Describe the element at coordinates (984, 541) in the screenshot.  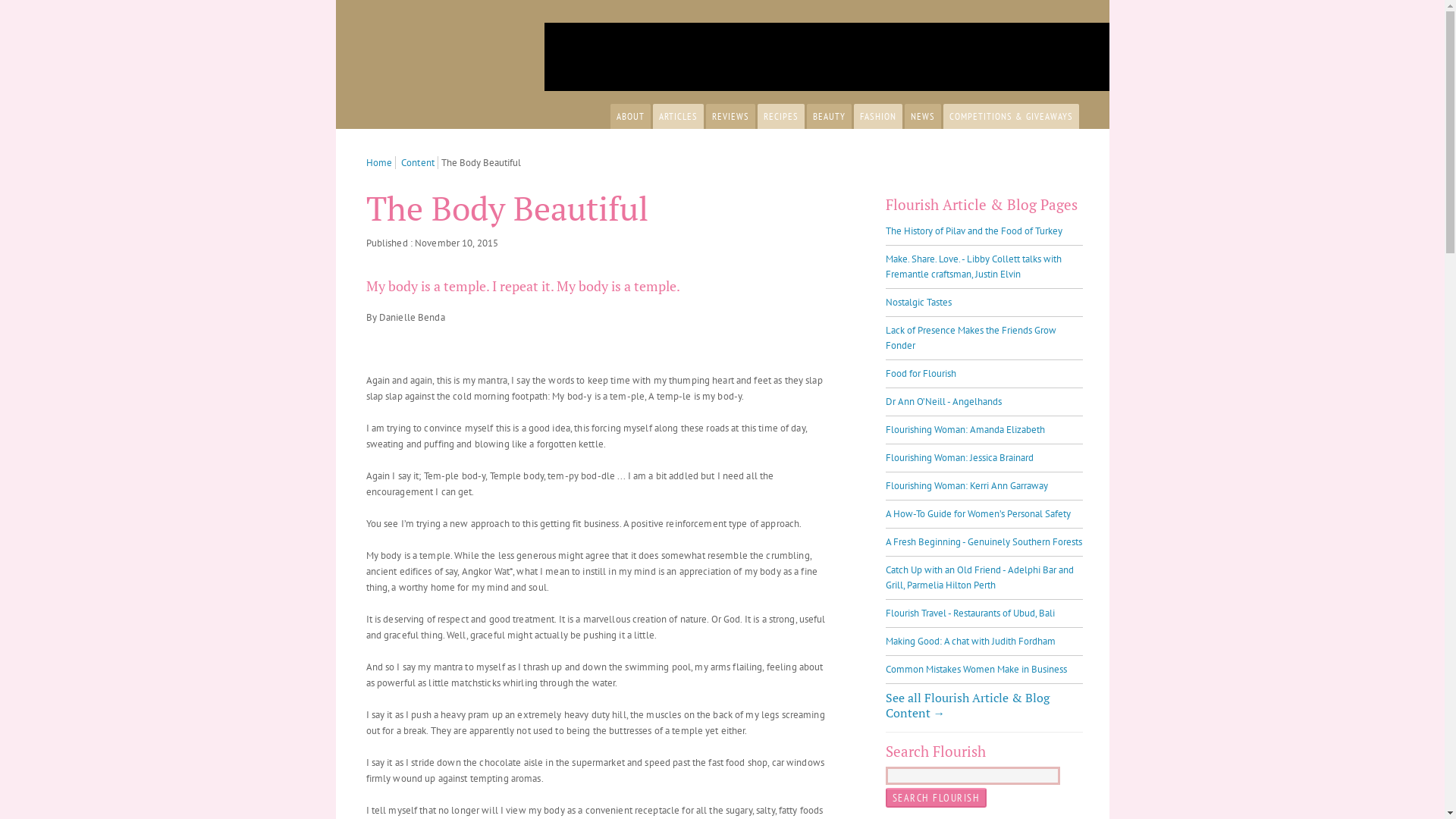
I see `'A Fresh Beginning - Genuinely Southern Forests'` at that location.